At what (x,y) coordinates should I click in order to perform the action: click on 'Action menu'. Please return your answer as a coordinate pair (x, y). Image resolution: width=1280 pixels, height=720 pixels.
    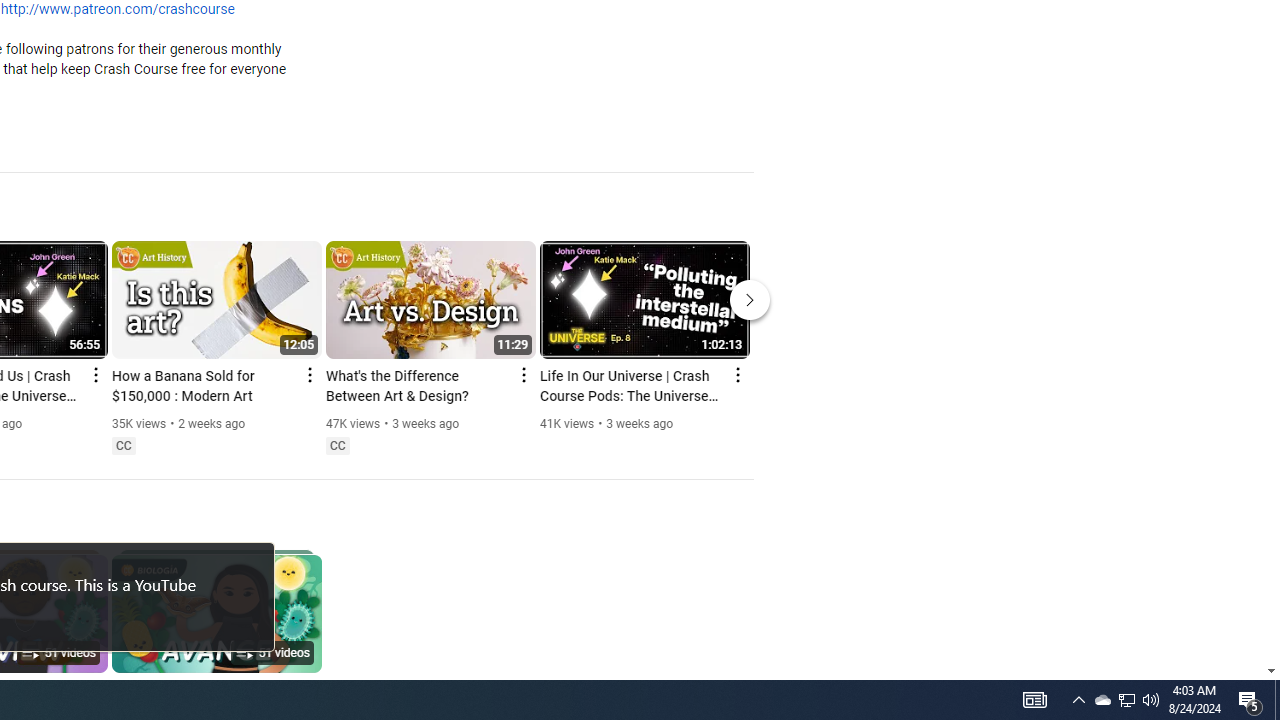
    Looking at the image, I should click on (736, 375).